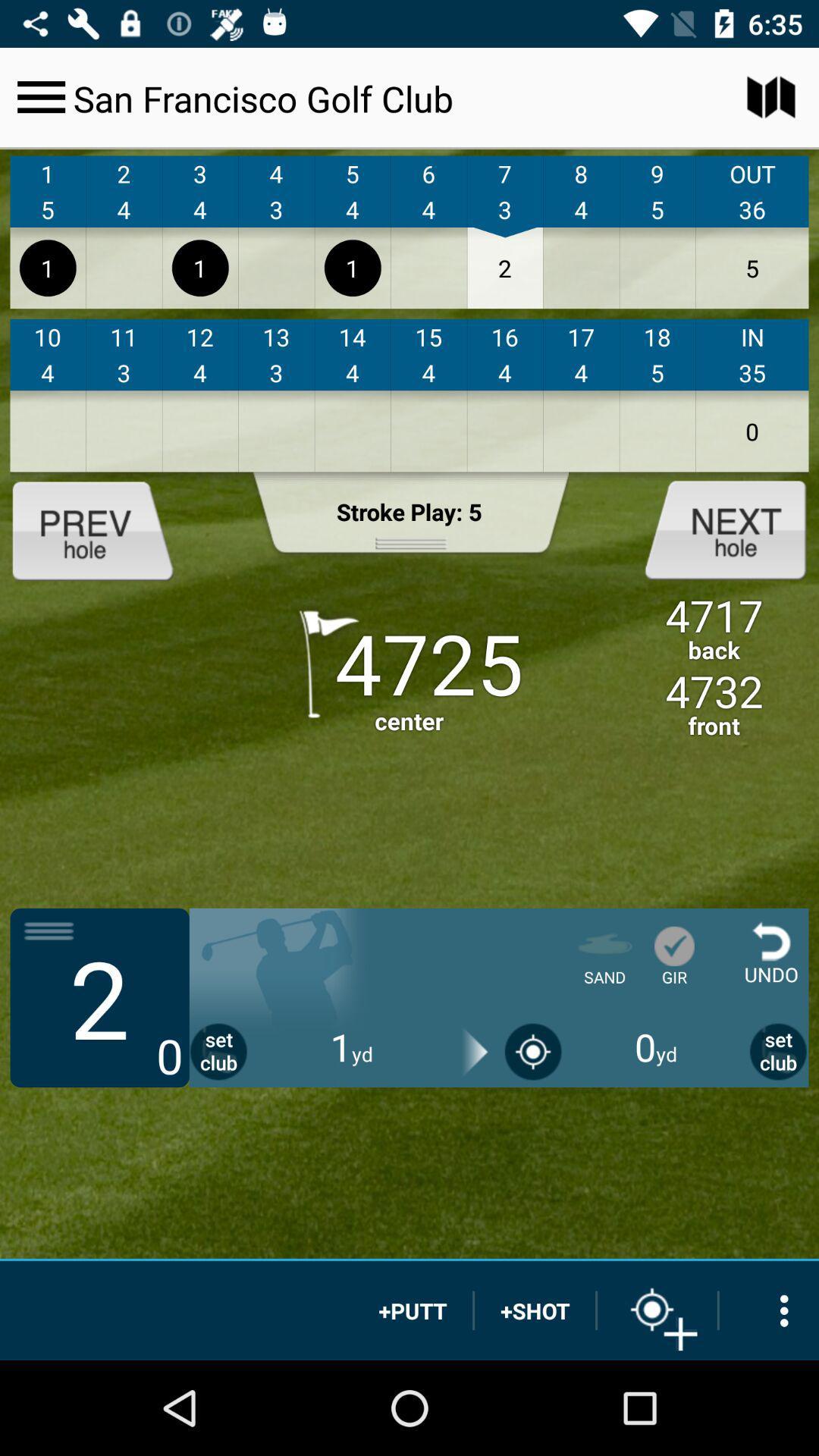 The height and width of the screenshot is (1456, 819). Describe the element at coordinates (769, 1310) in the screenshot. I see `the more icon` at that location.